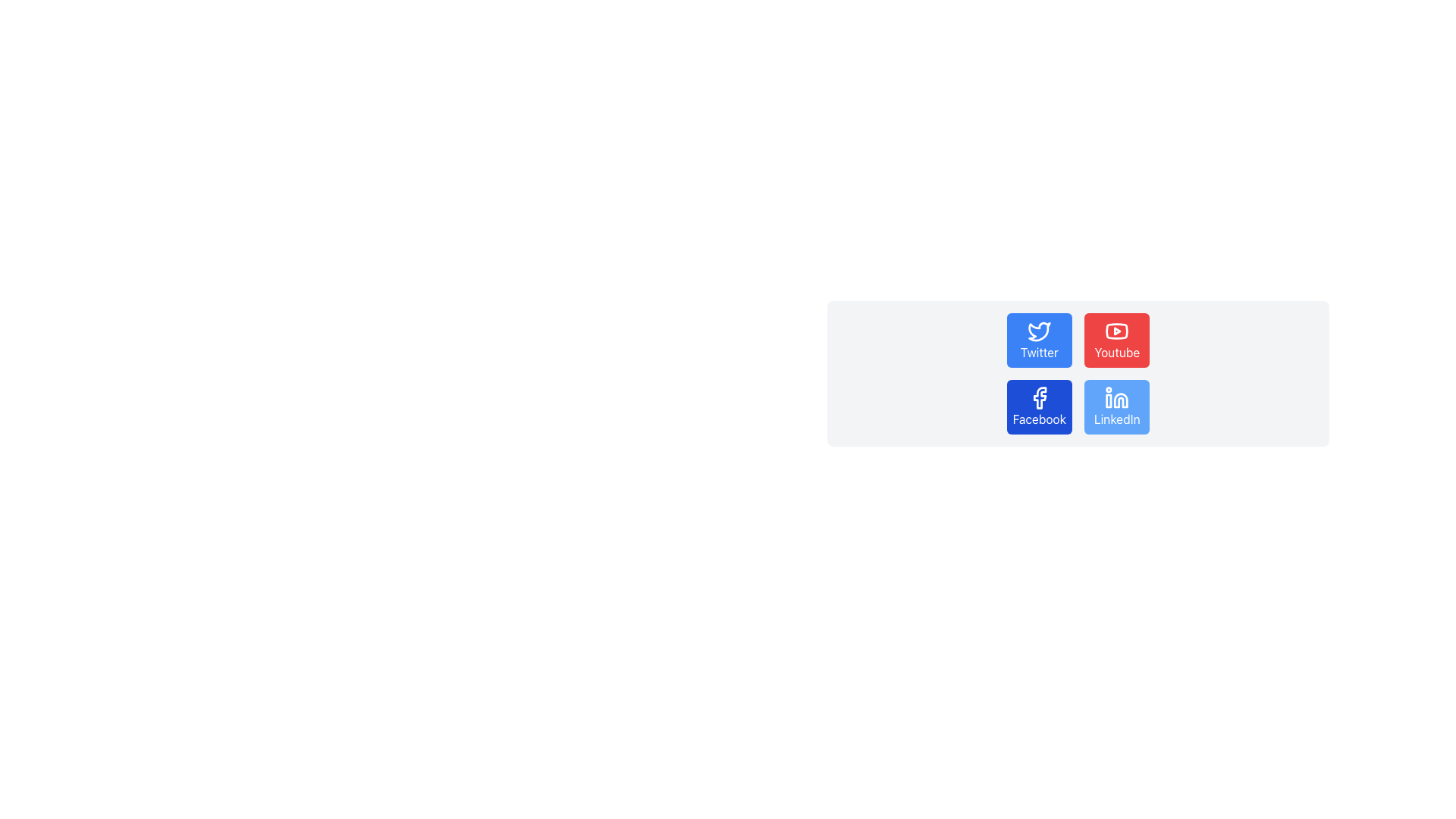 This screenshot has width=1456, height=819. What do you see at coordinates (1117, 353) in the screenshot?
I see `the button containing the 'YouTube' text label, which is situated below the YouTube logo inside a red button in the top-right group of buttons` at bounding box center [1117, 353].